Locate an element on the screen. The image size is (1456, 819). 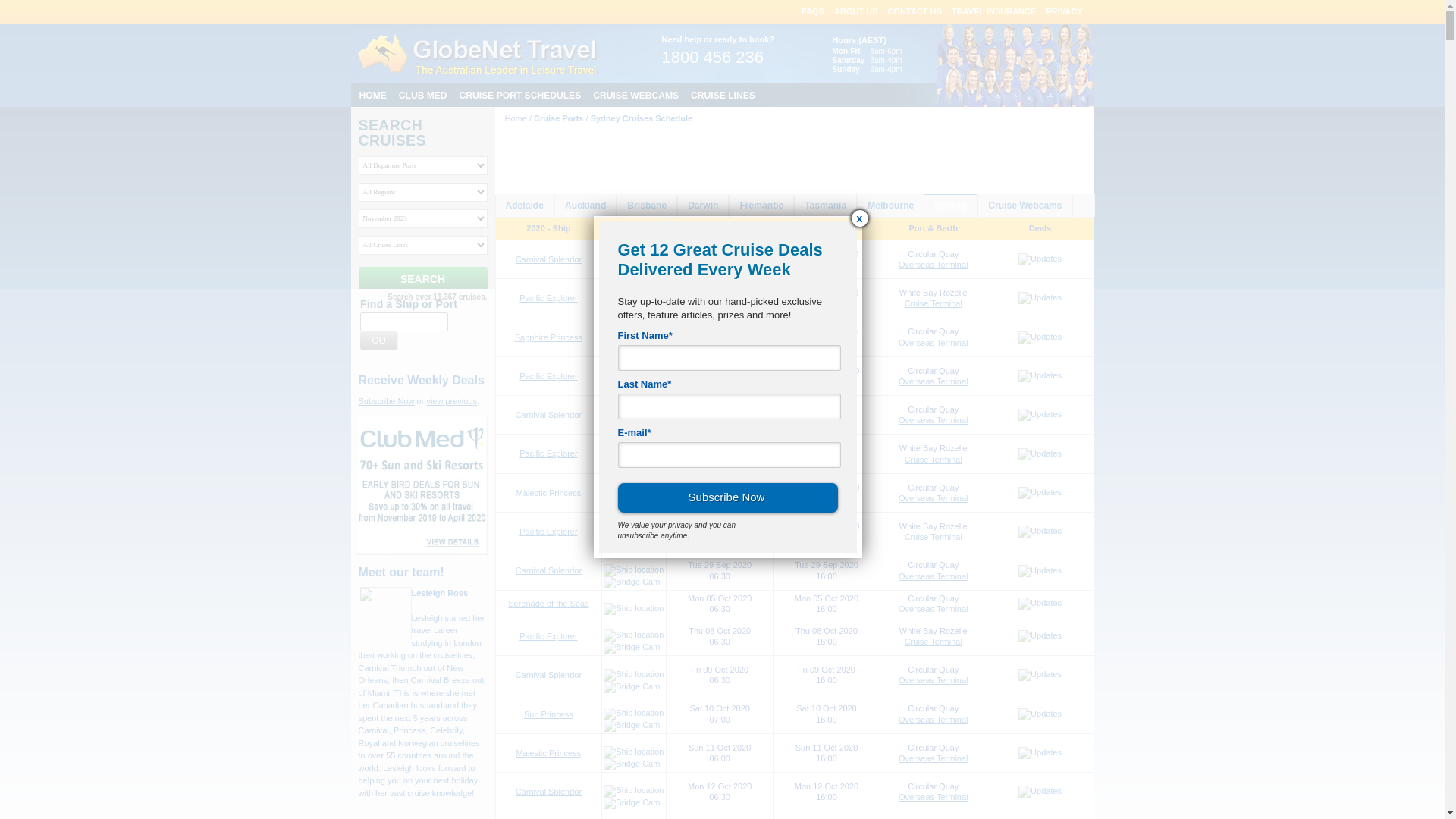
'Updates' is located at coordinates (1039, 791).